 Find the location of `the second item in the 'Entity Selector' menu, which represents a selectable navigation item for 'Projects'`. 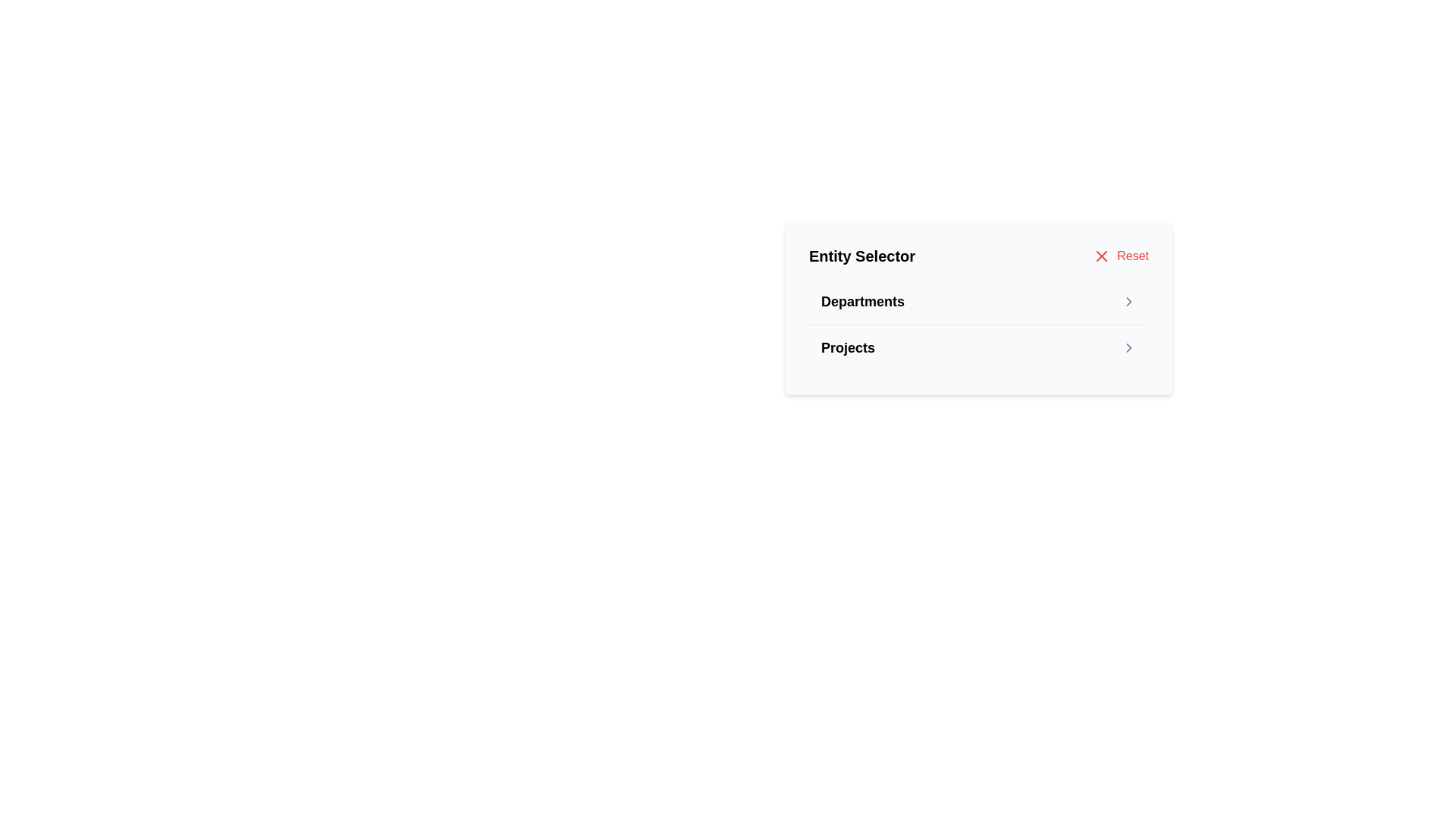

the second item in the 'Entity Selector' menu, which represents a selectable navigation item for 'Projects' is located at coordinates (979, 347).